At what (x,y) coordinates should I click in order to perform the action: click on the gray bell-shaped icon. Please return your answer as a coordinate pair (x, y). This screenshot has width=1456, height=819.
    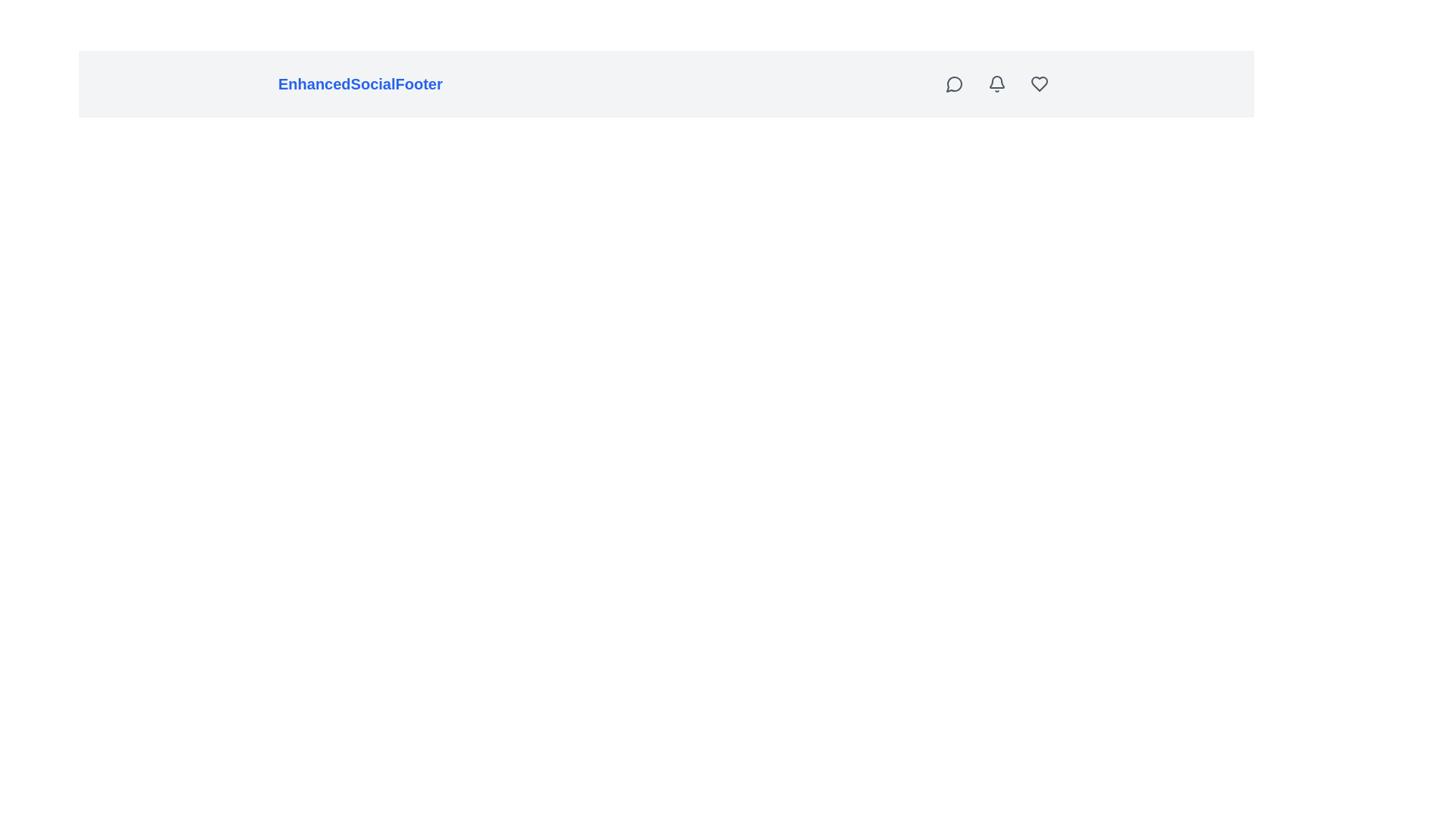
    Looking at the image, I should click on (997, 84).